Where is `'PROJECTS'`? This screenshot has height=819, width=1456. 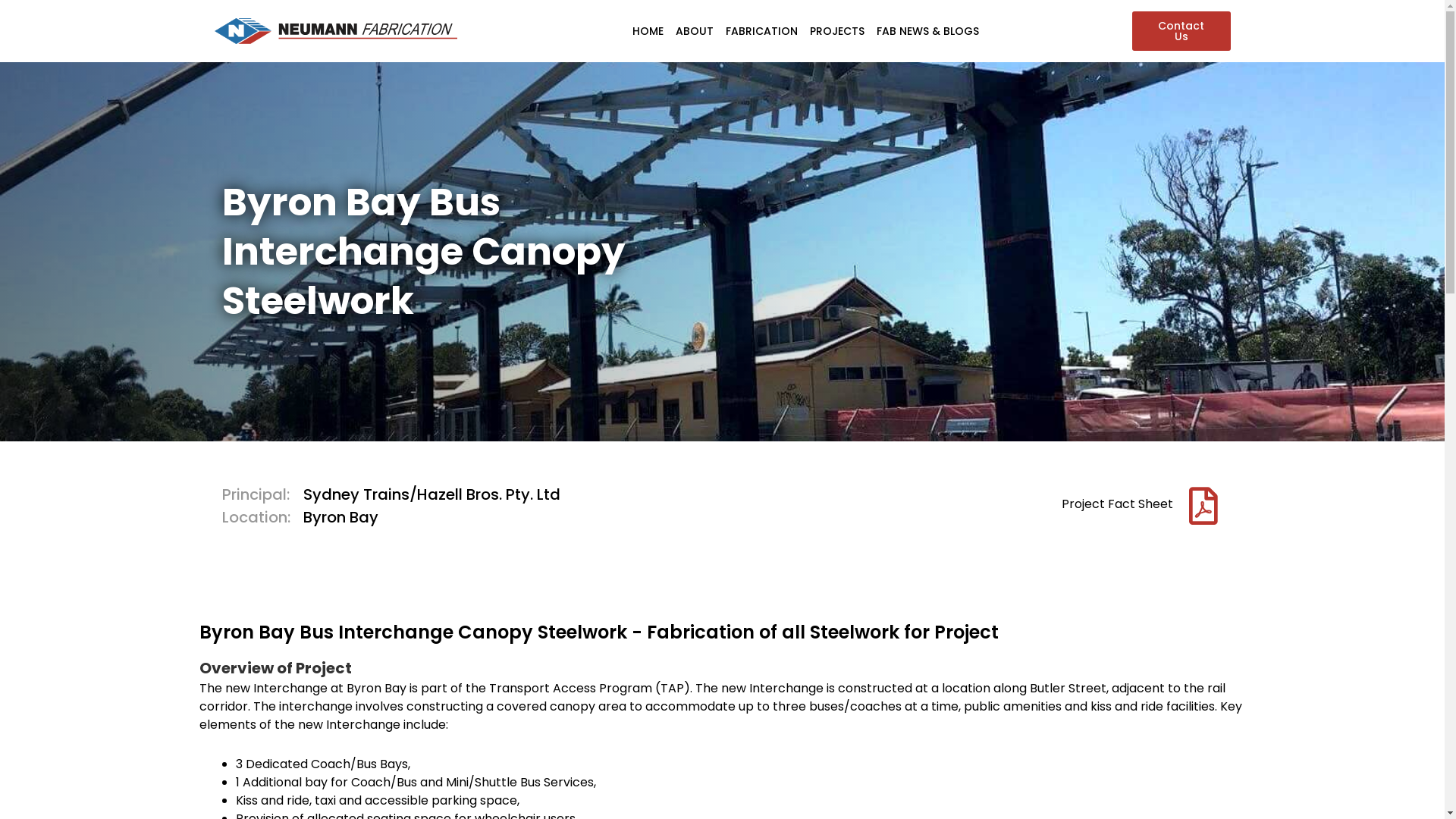 'PROJECTS' is located at coordinates (836, 31).